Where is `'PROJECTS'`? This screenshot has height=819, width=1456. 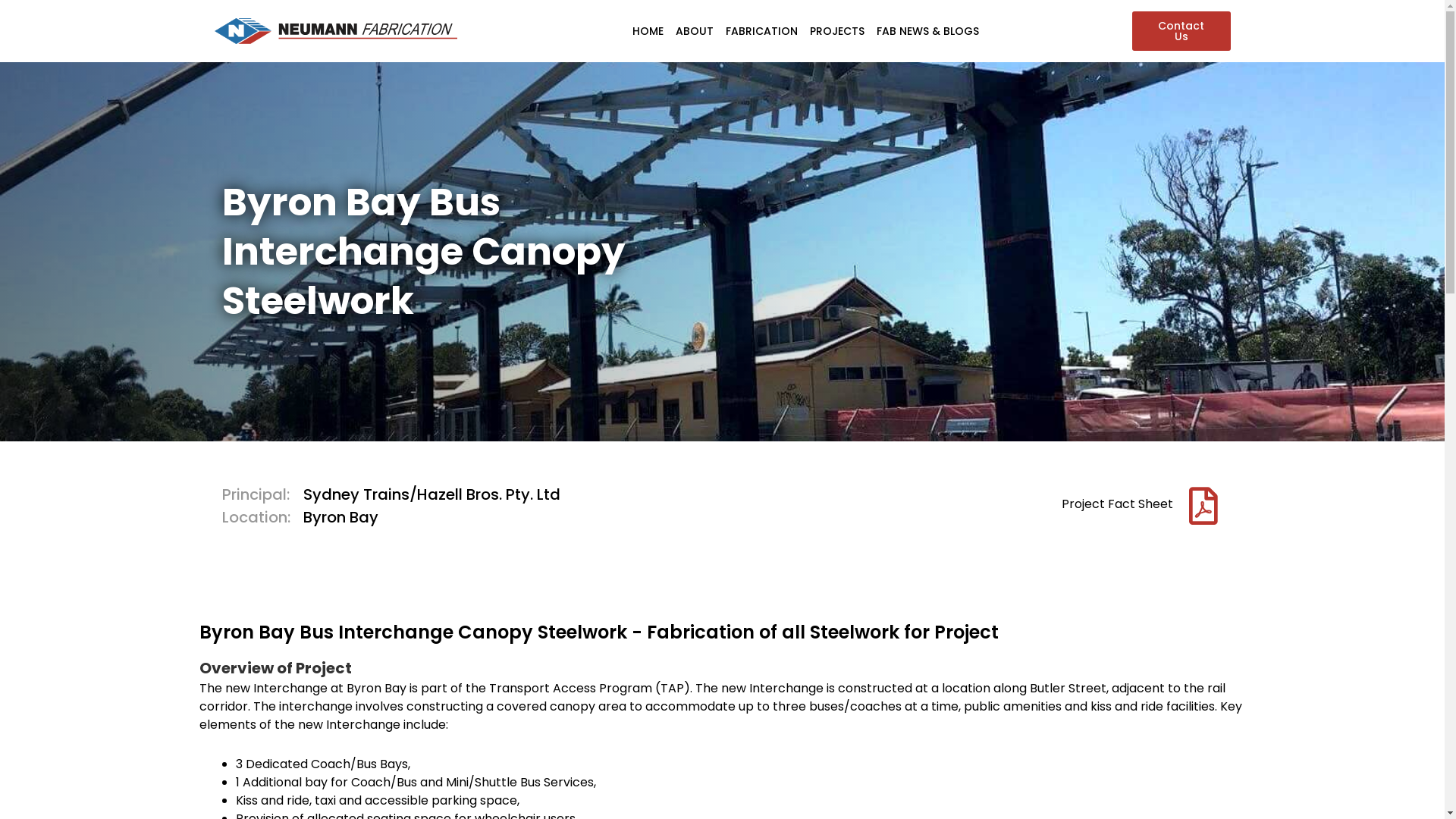 'PROJECTS' is located at coordinates (836, 31).